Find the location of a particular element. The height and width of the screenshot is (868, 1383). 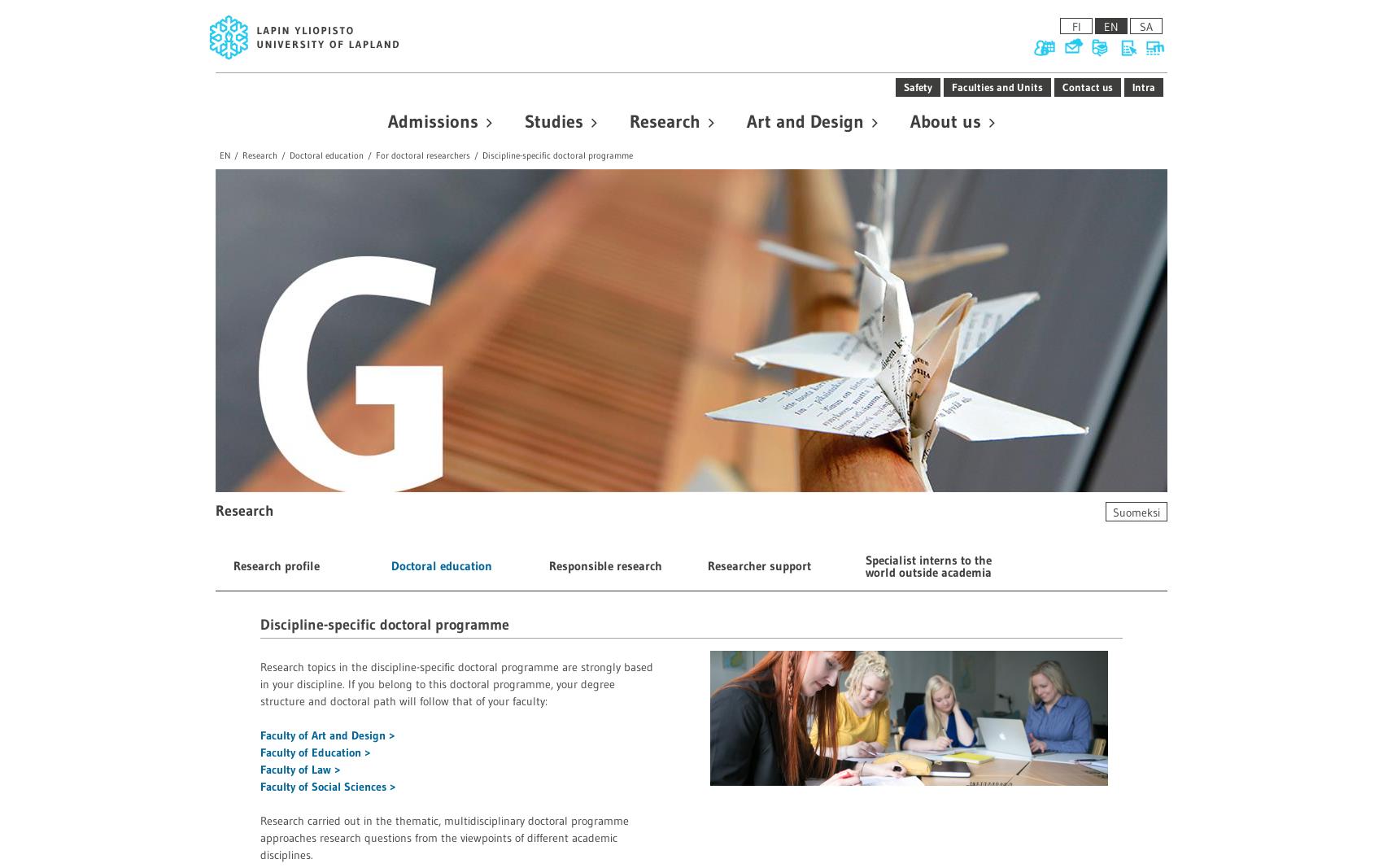

'Research profile' is located at coordinates (276, 565).